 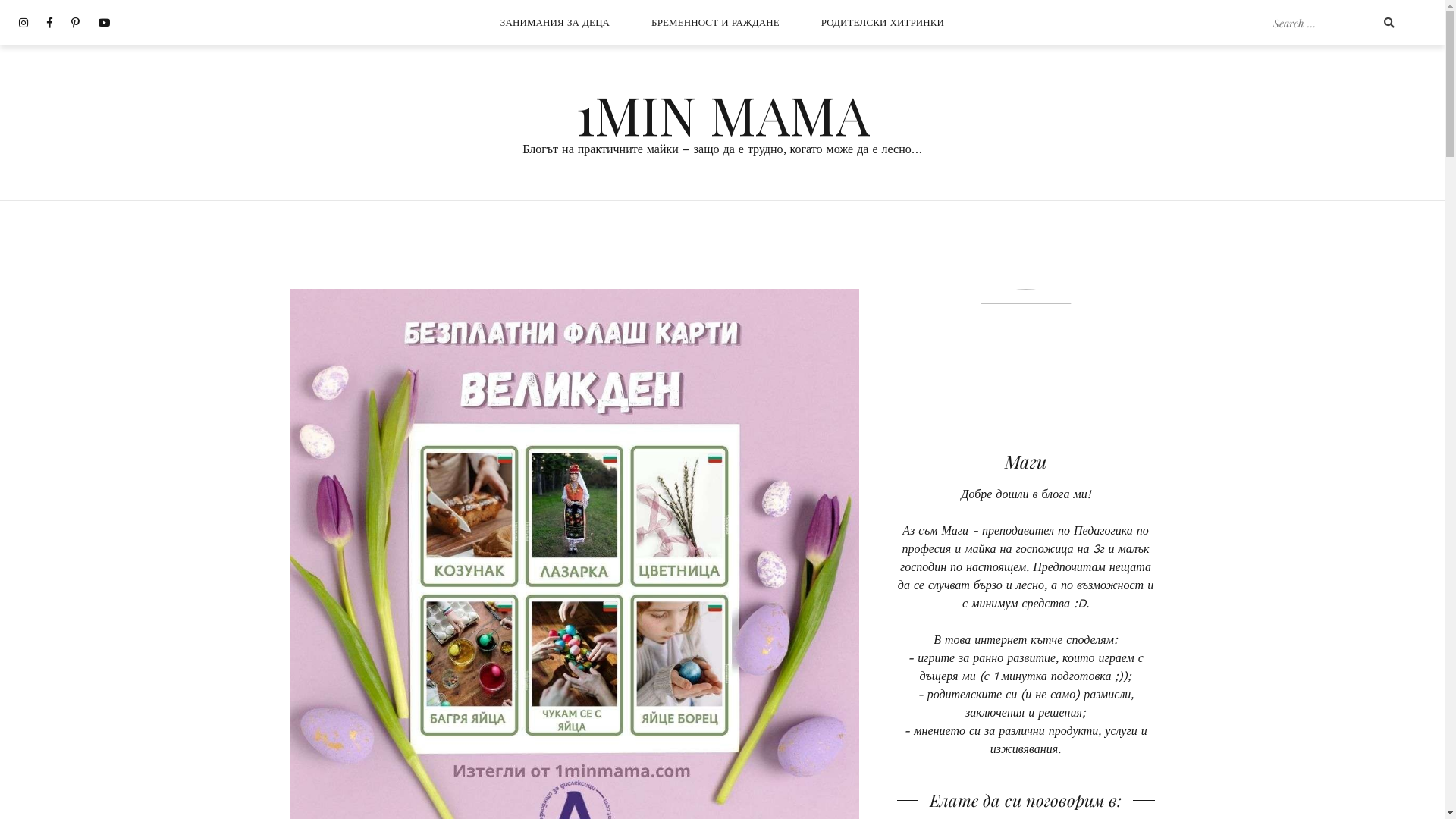 What do you see at coordinates (104, 23) in the screenshot?
I see `'Youtube'` at bounding box center [104, 23].